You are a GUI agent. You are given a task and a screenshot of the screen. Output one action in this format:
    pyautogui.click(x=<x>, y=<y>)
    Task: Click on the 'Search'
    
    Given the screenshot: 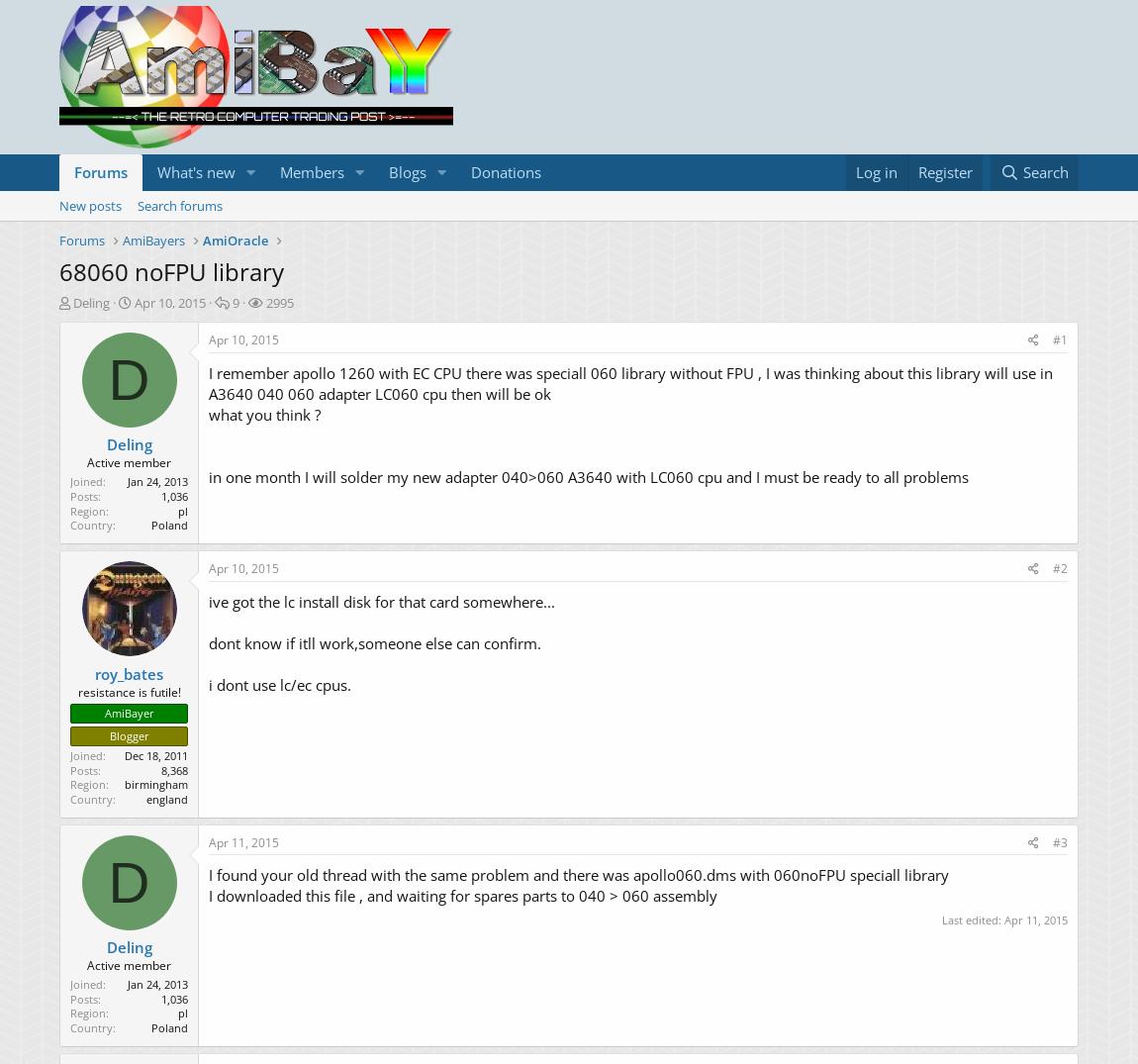 What is the action you would take?
    pyautogui.click(x=1045, y=170)
    